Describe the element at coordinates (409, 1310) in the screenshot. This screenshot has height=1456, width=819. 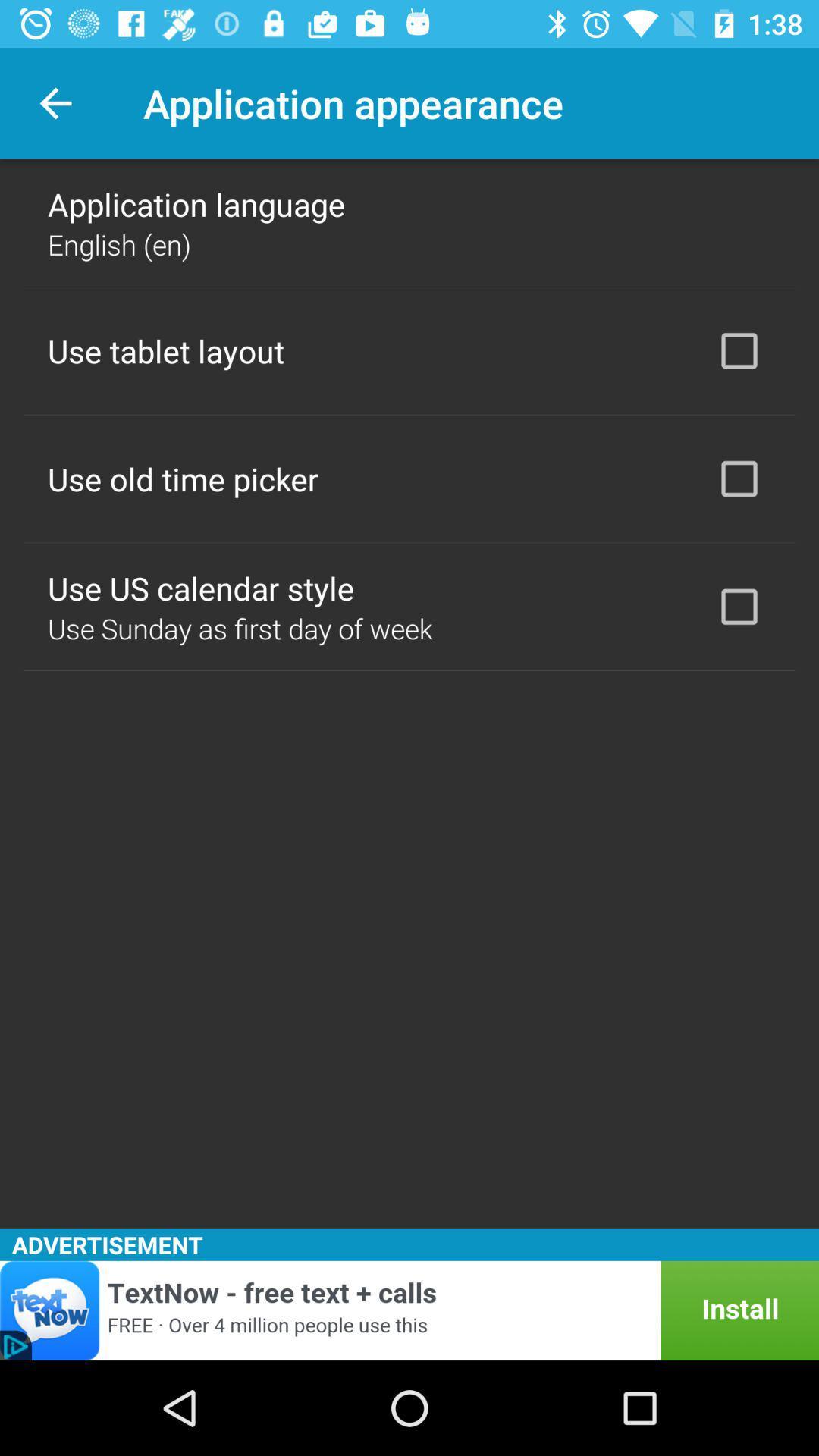
I see `advertising` at that location.